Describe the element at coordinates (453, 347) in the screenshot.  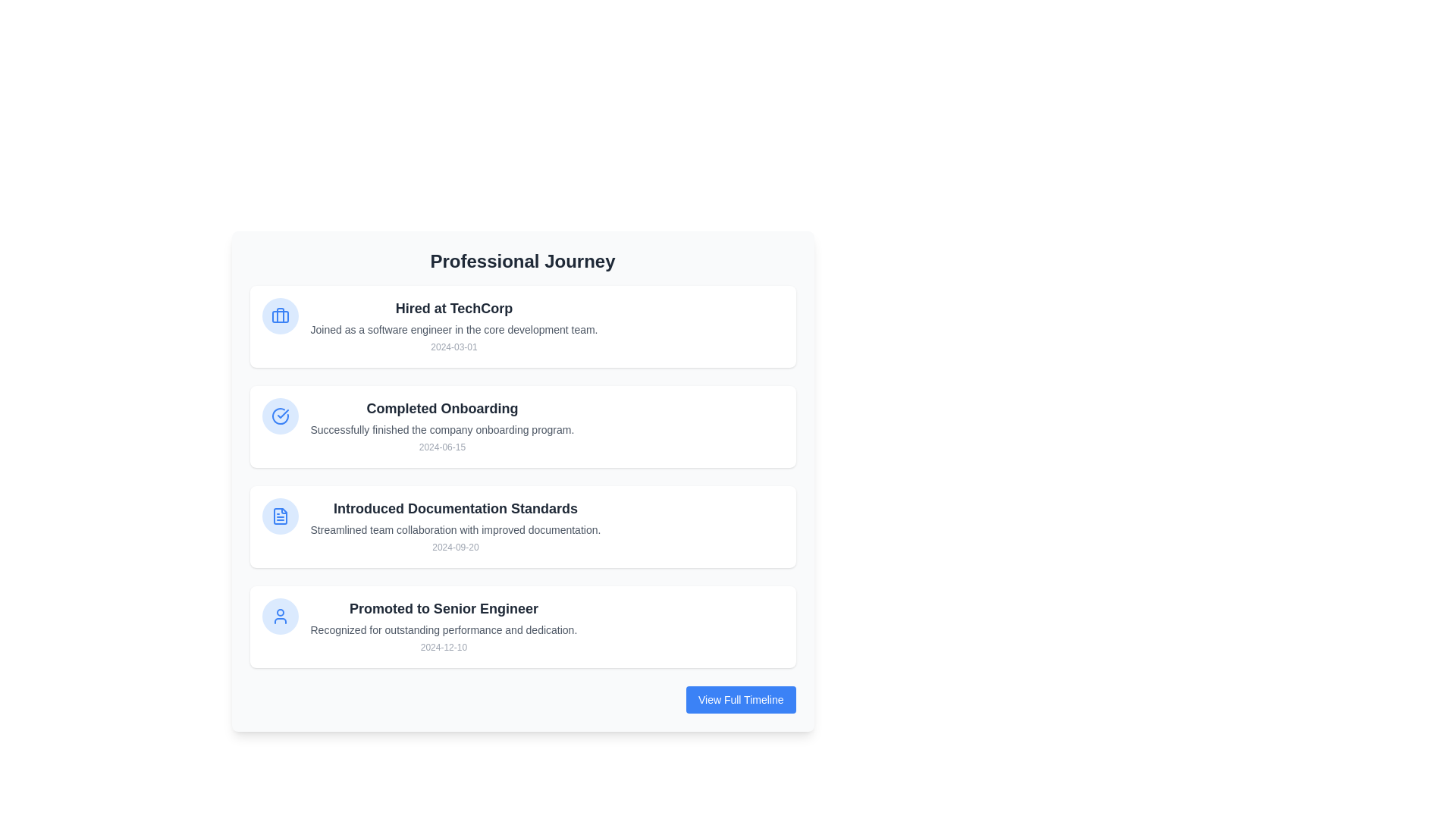
I see `the static text indicating the joining date at the bottom-right of the 'Hired at TechCorp' information block` at that location.